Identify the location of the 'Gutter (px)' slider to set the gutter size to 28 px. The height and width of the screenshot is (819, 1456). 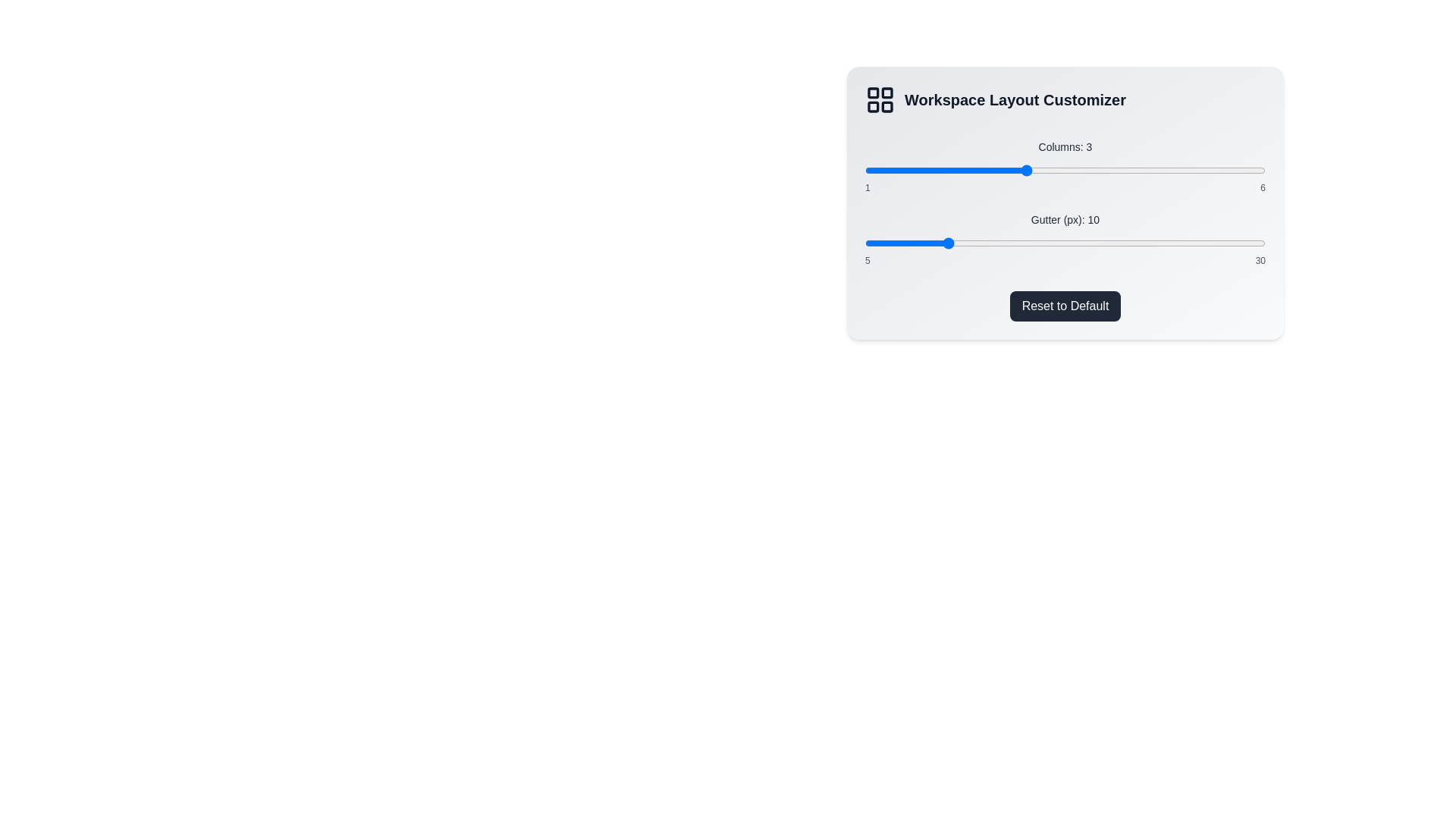
(1233, 242).